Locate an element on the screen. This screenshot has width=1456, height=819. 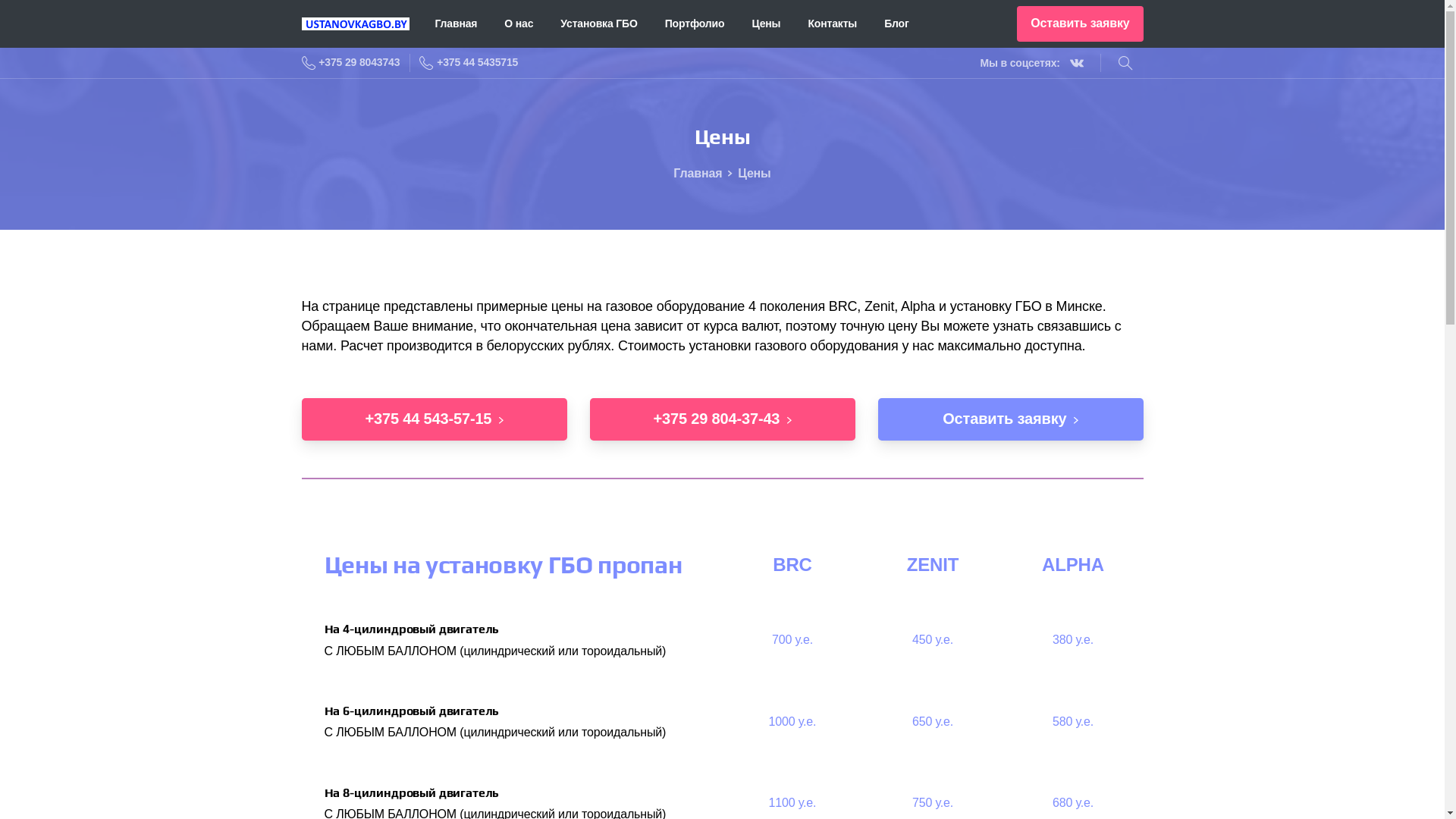
'+375 44 5435715' is located at coordinates (419, 62).